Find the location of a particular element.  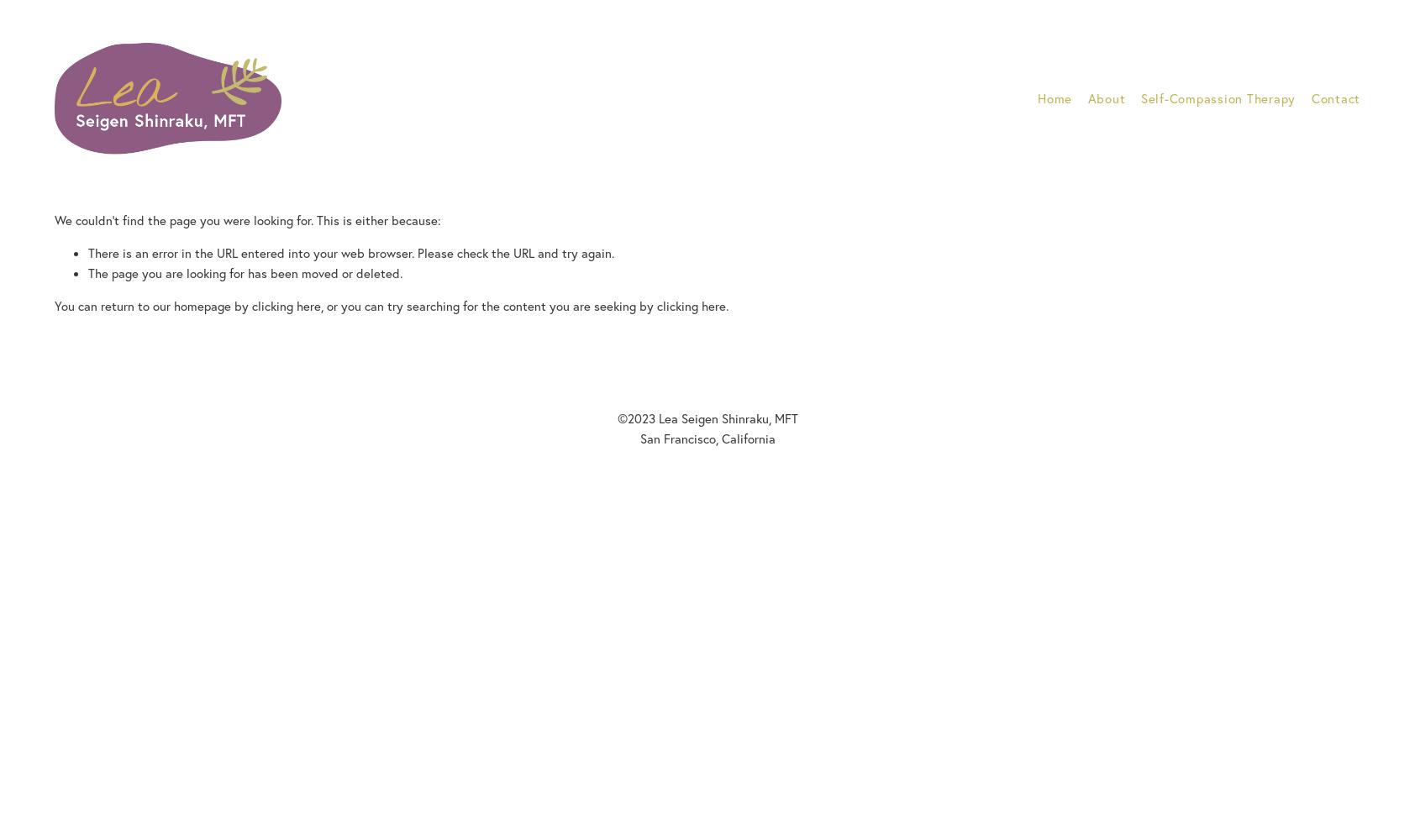

'There is an error in the URL entered into your web browser. Please check the URL and try again.' is located at coordinates (87, 252).